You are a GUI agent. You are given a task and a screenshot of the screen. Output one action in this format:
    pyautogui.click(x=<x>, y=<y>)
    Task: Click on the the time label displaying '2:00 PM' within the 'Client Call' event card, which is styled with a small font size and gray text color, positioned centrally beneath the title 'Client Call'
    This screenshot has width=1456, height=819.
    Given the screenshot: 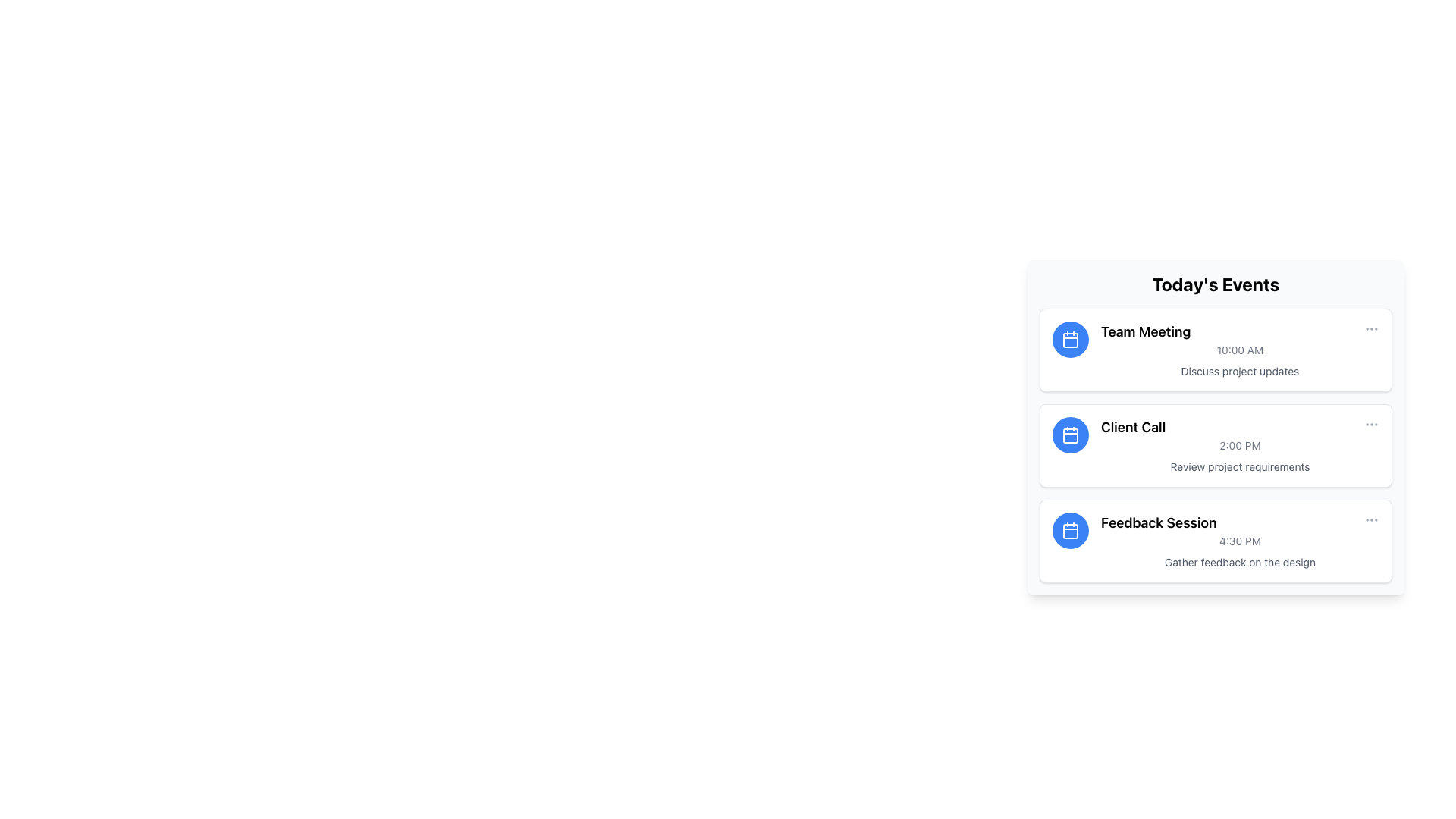 What is the action you would take?
    pyautogui.click(x=1240, y=444)
    